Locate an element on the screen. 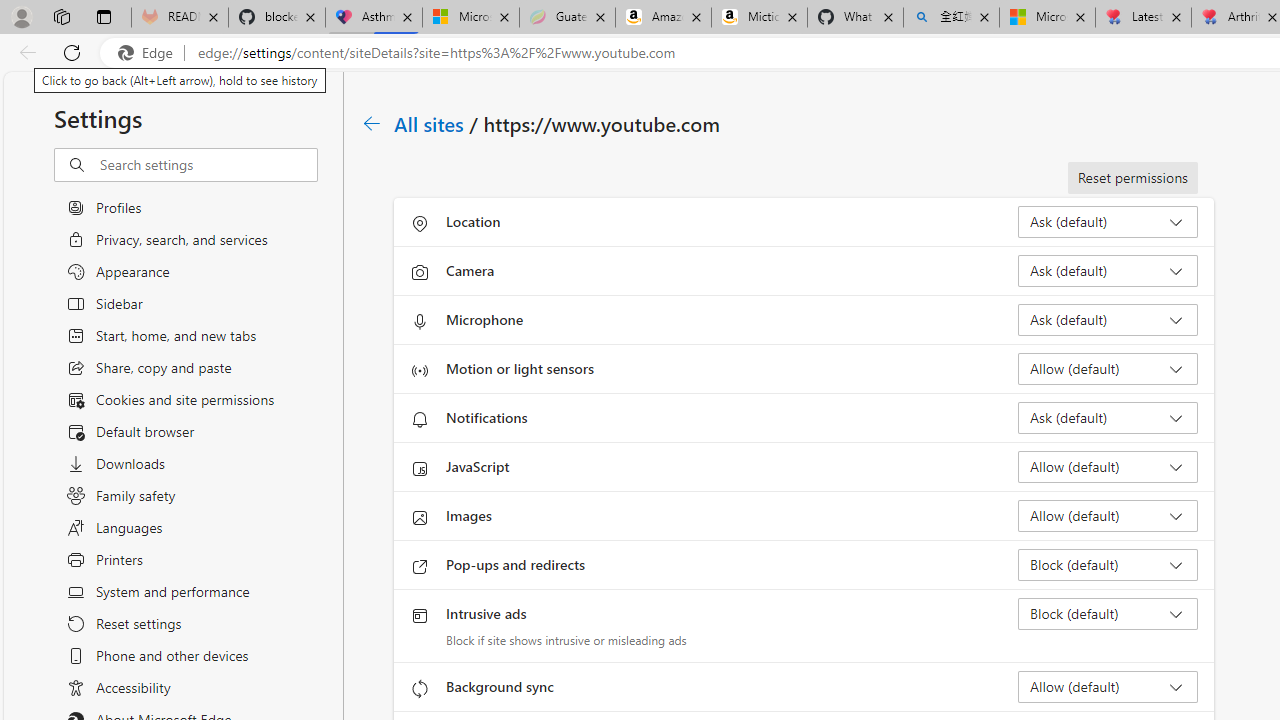 The height and width of the screenshot is (720, 1280). 'Images Allow (default)' is located at coordinates (1106, 514).